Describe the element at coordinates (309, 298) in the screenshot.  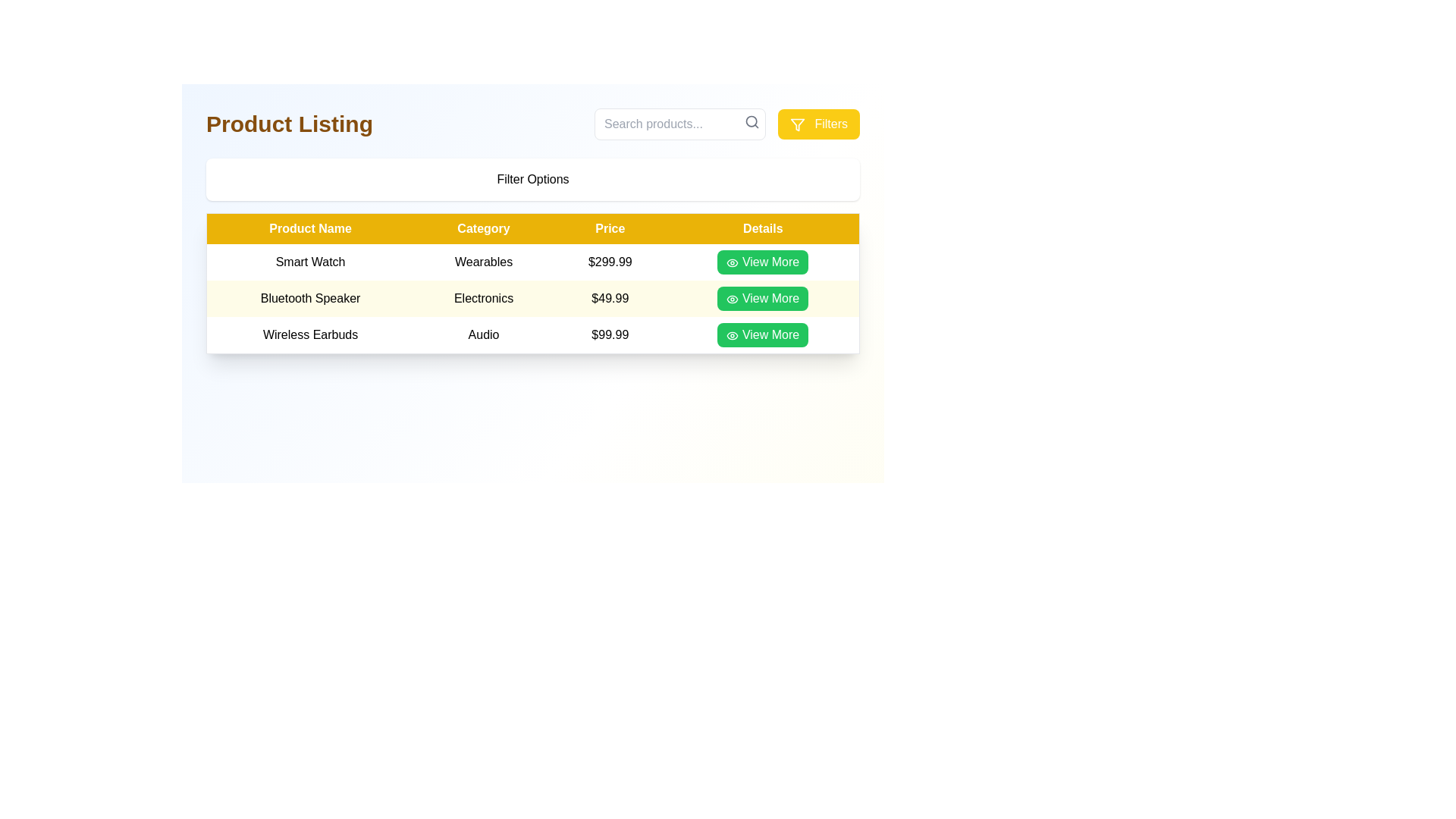
I see `the text label in the second row, first column of the product listing table that describes the product name, adjacent to the 'Electronics' category` at that location.